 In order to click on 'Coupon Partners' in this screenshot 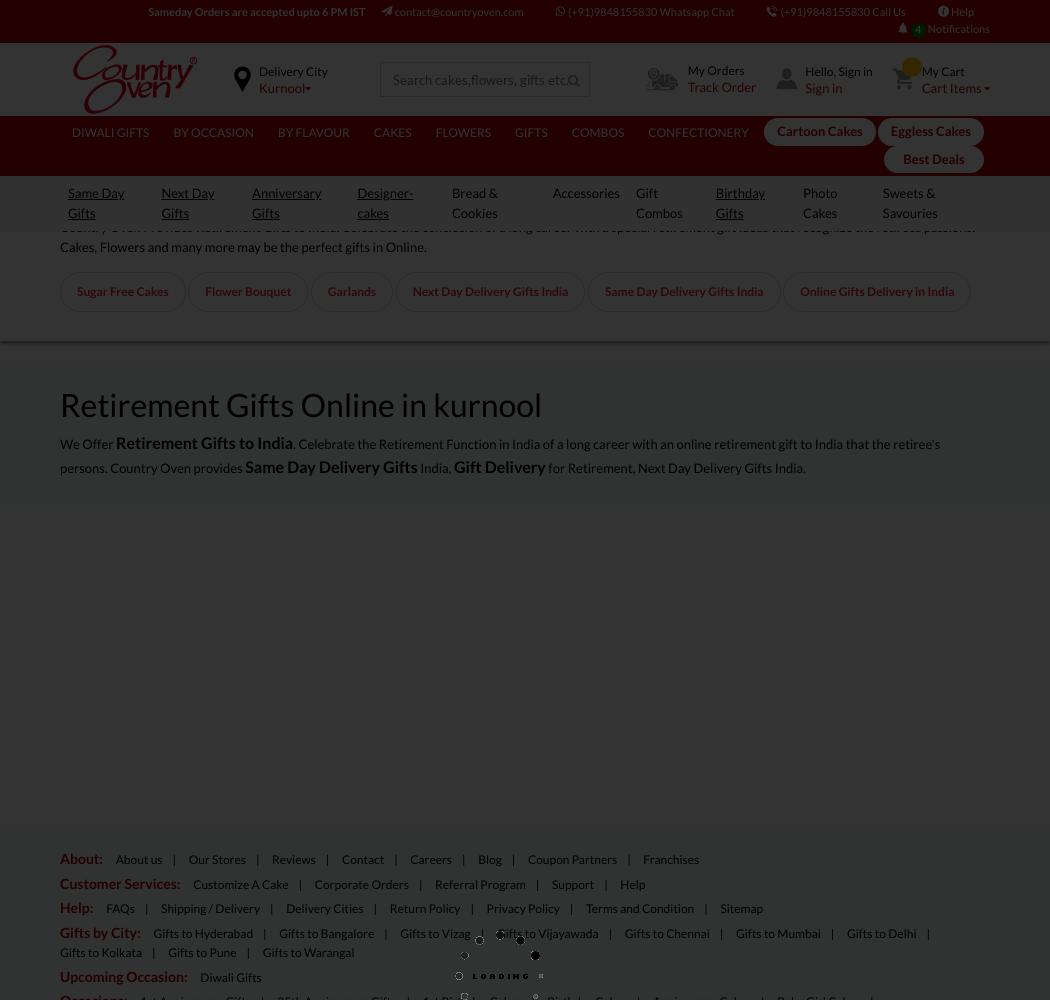, I will do `click(571, 858)`.